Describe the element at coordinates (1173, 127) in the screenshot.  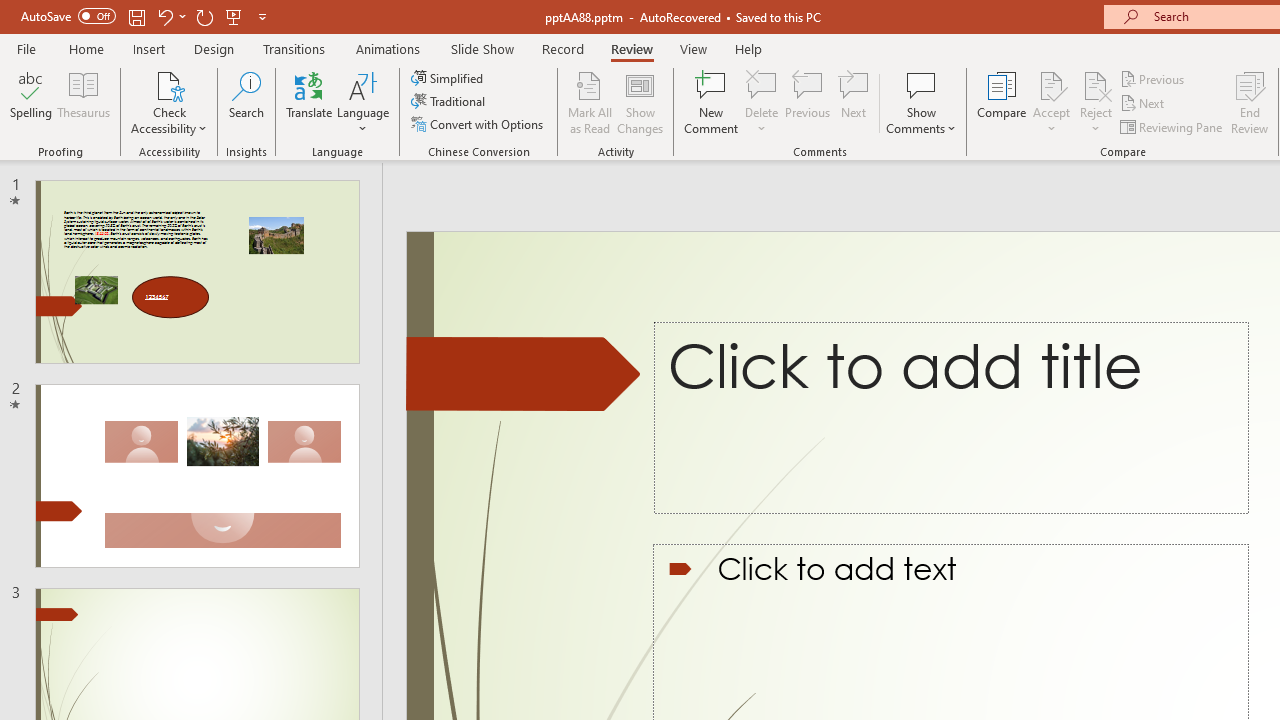
I see `'Reviewing Pane'` at that location.